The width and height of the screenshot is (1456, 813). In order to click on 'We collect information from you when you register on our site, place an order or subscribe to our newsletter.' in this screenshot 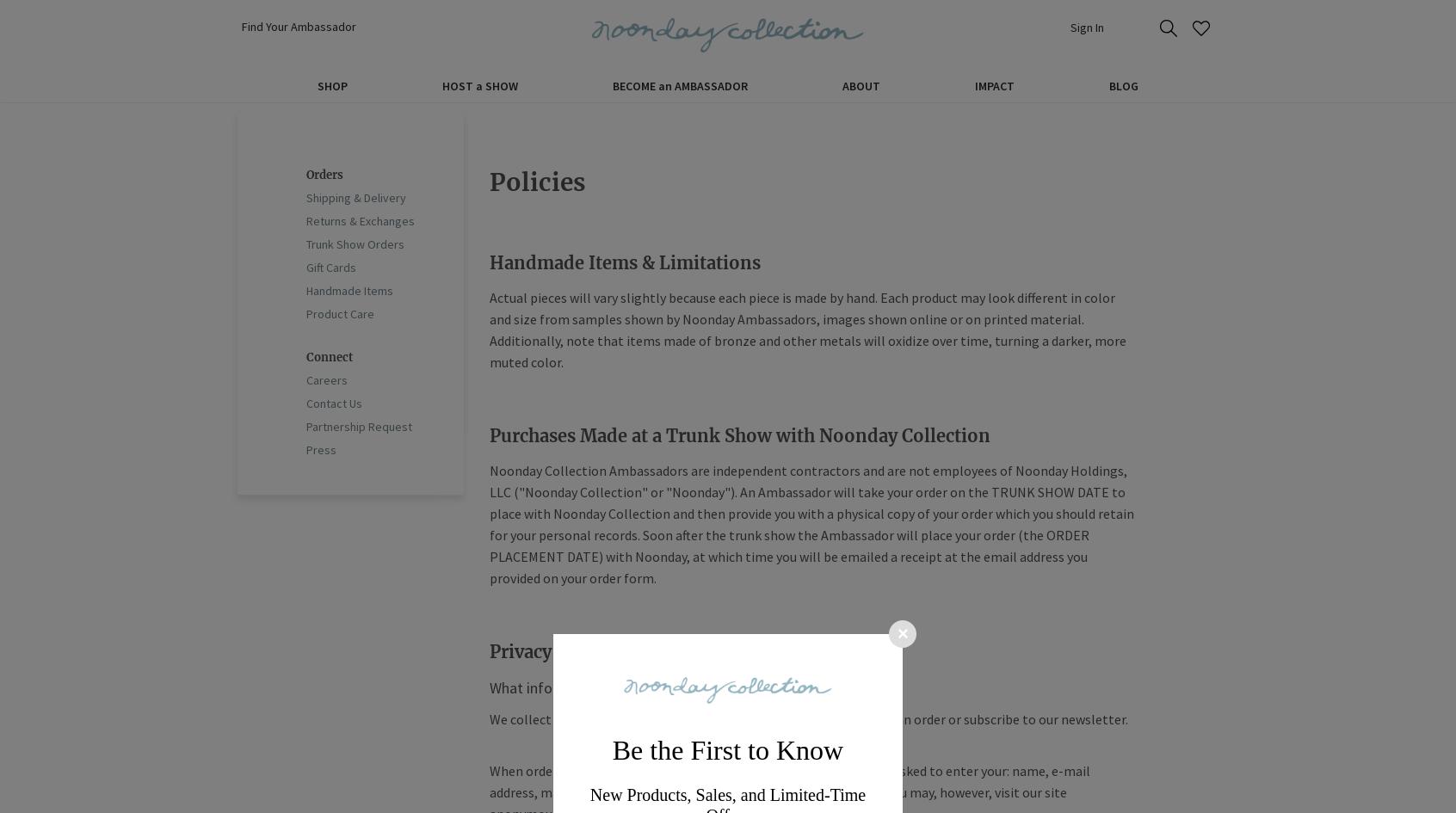, I will do `click(808, 719)`.